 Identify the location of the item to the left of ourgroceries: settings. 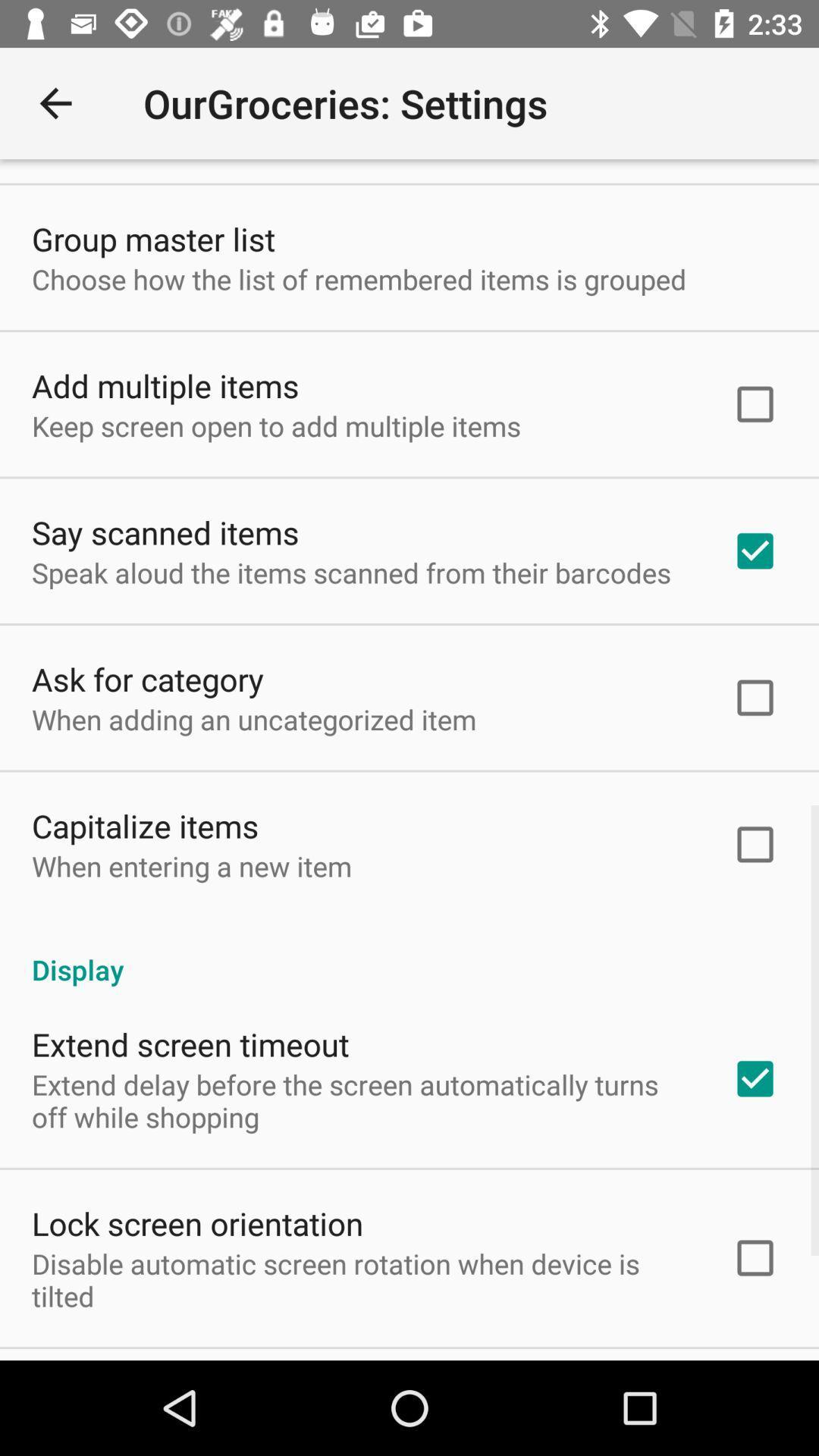
(55, 102).